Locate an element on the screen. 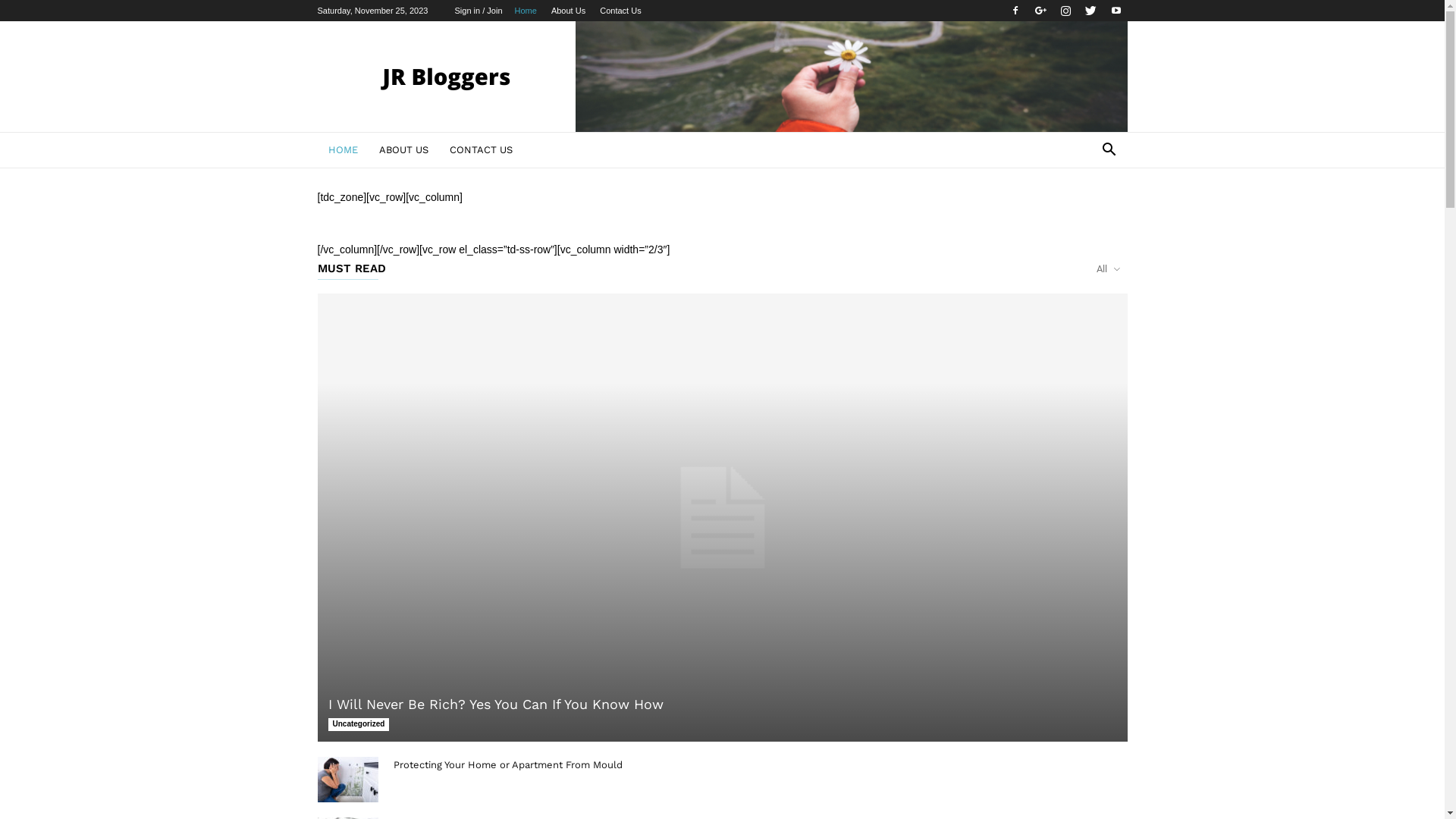  'Contact Us' is located at coordinates (620, 11).